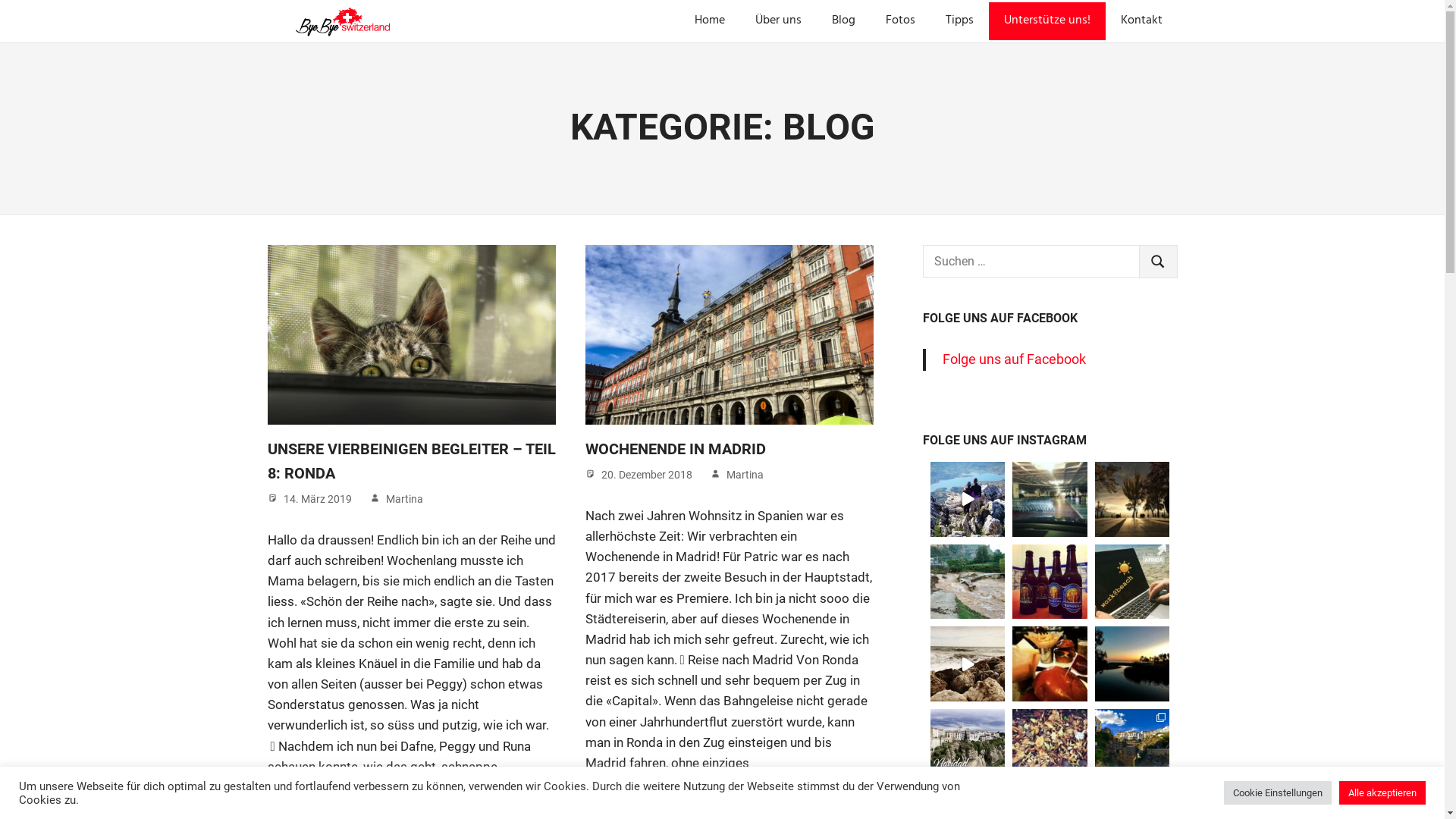 The width and height of the screenshot is (1456, 819). What do you see at coordinates (1276, 792) in the screenshot?
I see `'Cookie Einstellungen'` at bounding box center [1276, 792].